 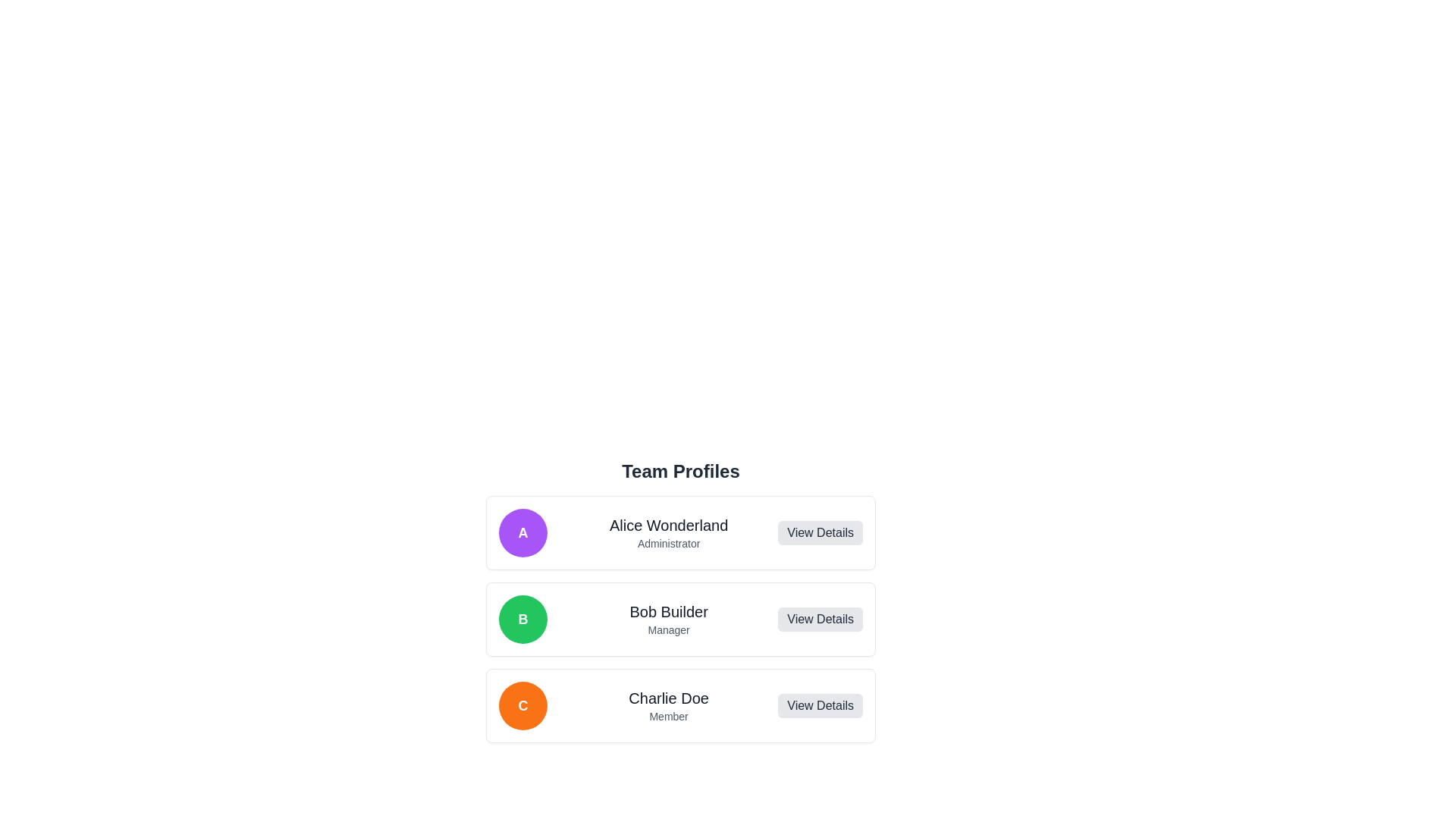 I want to click on the text label providing information about the role of the individual associated with the profile under 'Bob Builder' in the second profile card, so click(x=668, y=629).